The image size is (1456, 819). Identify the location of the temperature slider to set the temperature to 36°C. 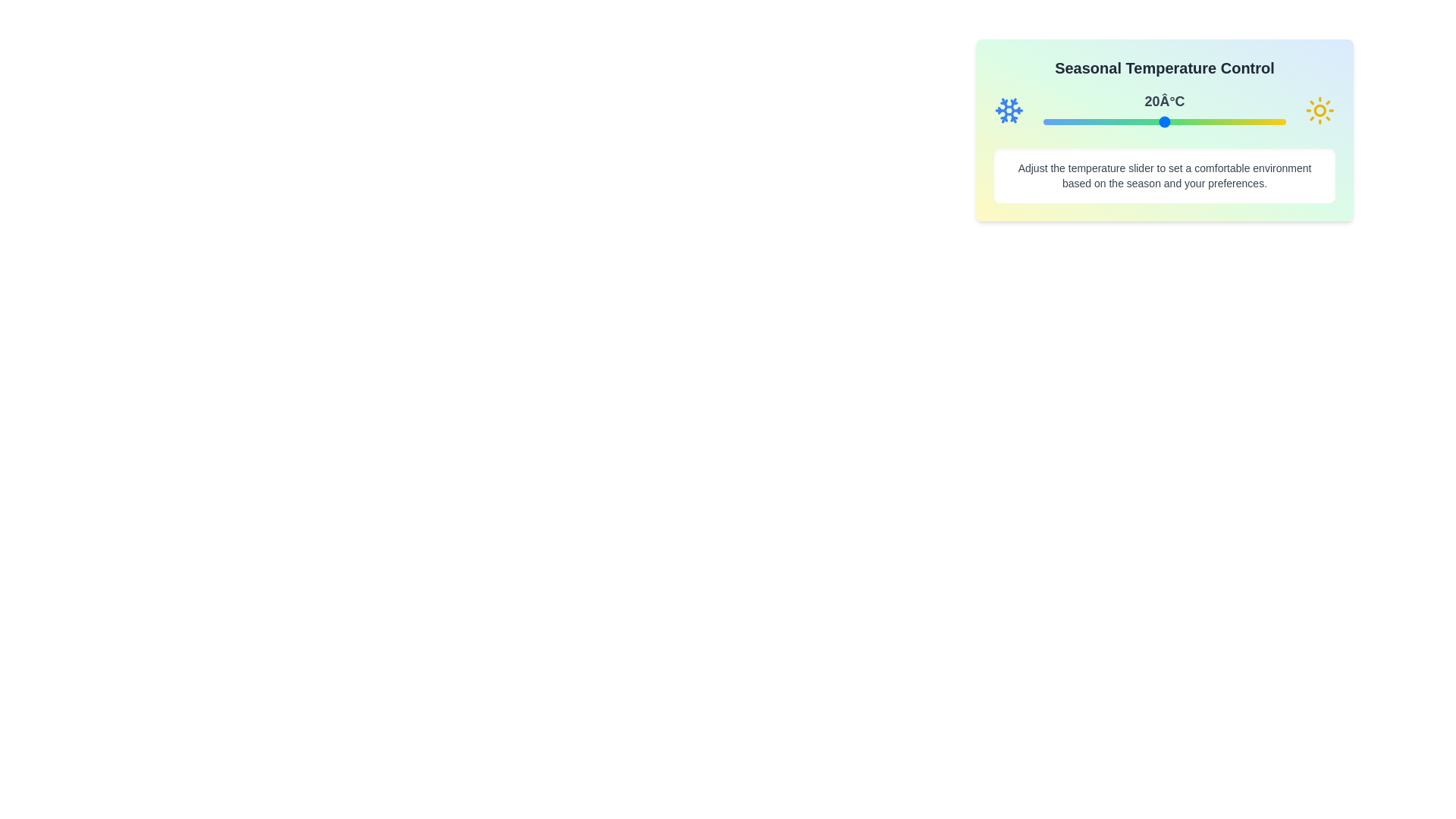
(1229, 121).